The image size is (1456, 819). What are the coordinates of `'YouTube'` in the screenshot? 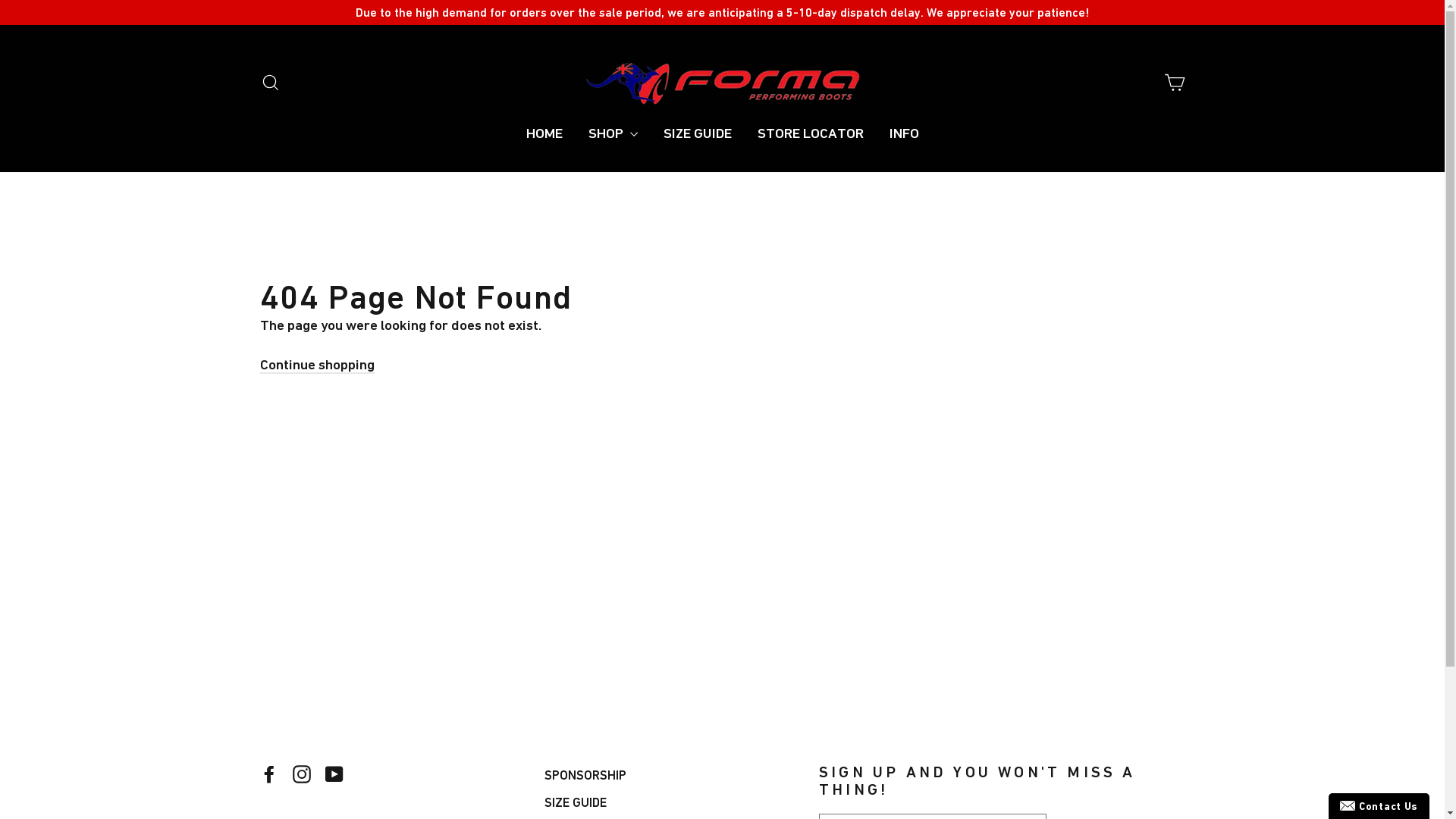 It's located at (333, 773).